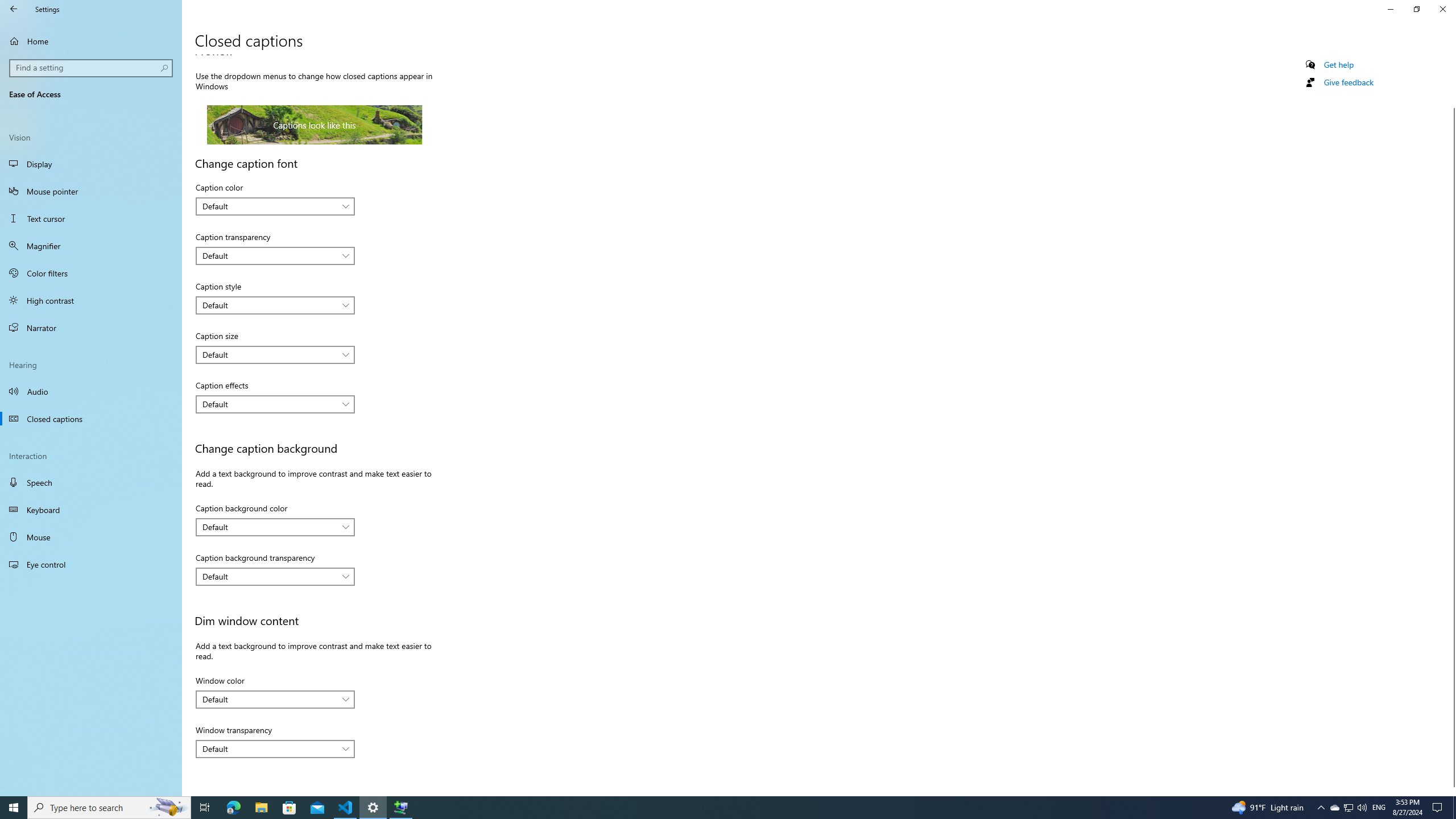 The height and width of the screenshot is (819, 1456). What do you see at coordinates (90, 564) in the screenshot?
I see `'Eye control'` at bounding box center [90, 564].